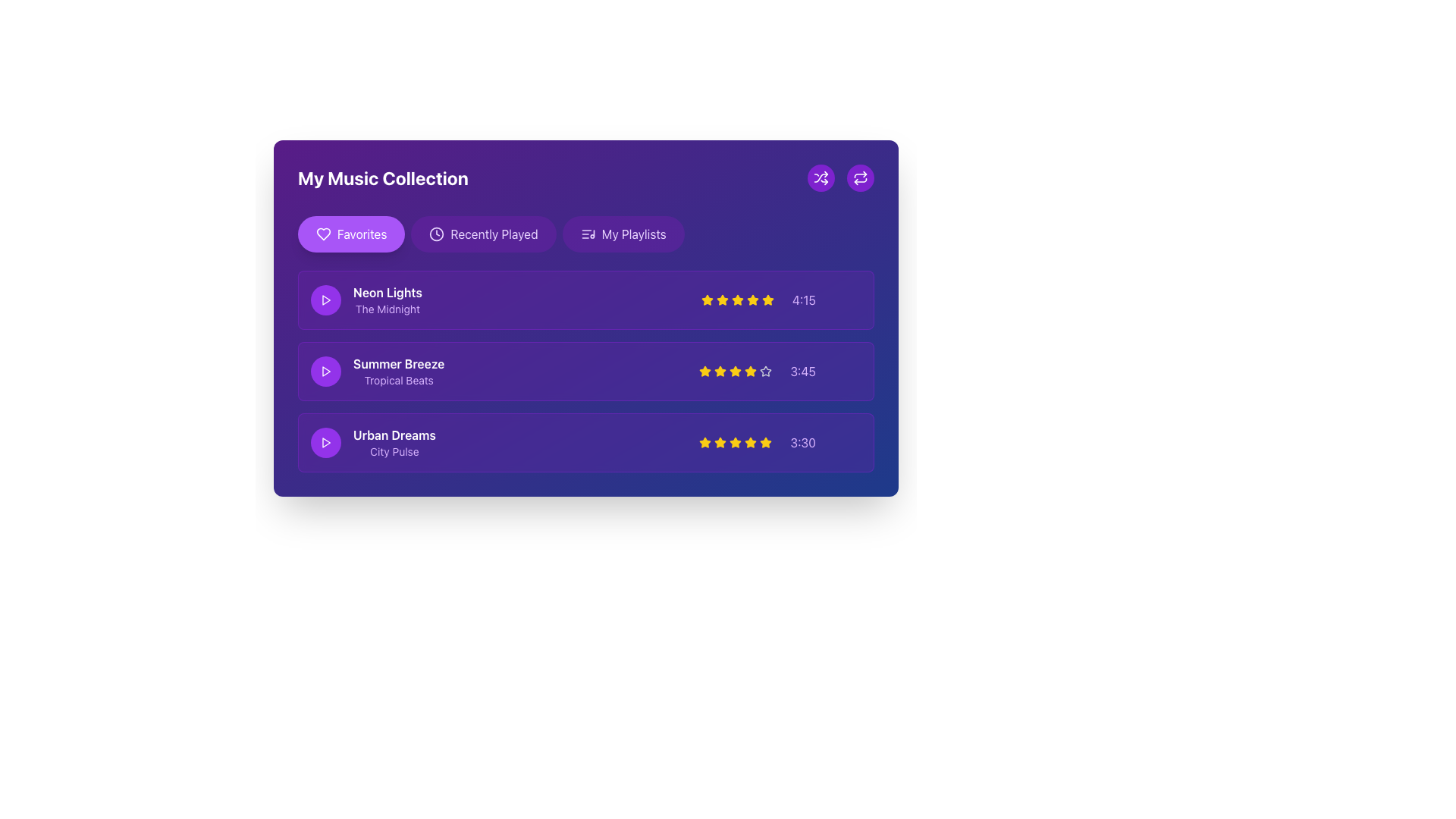 Image resolution: width=1456 pixels, height=819 pixels. What do you see at coordinates (494, 234) in the screenshot?
I see `the filter button for 'Recently Played' items located between 'Favorites' and 'My Playlists' in the 'My Music Collection' section` at bounding box center [494, 234].